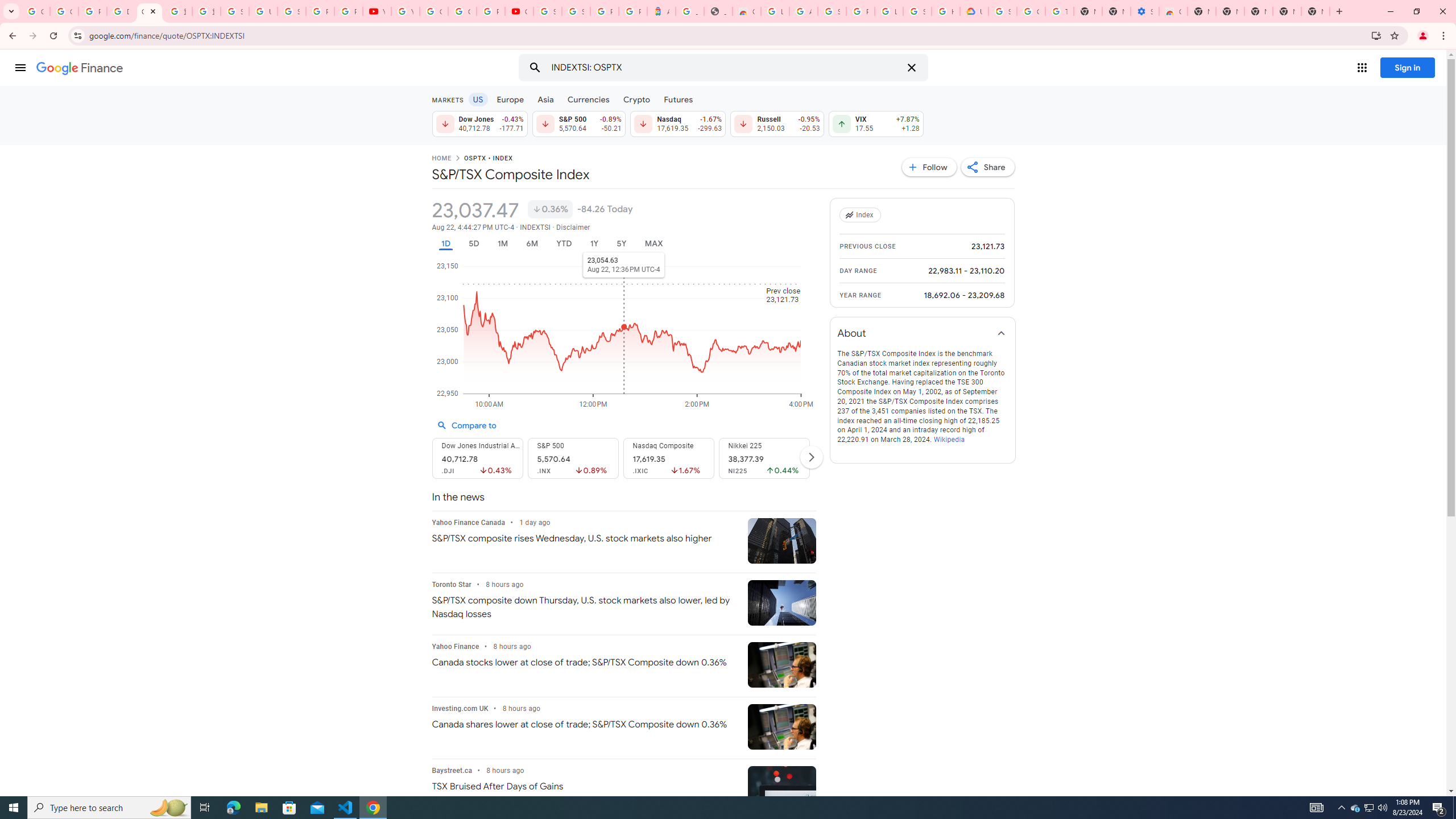 Image resolution: width=1456 pixels, height=819 pixels. I want to click on '5Y', so click(621, 243).